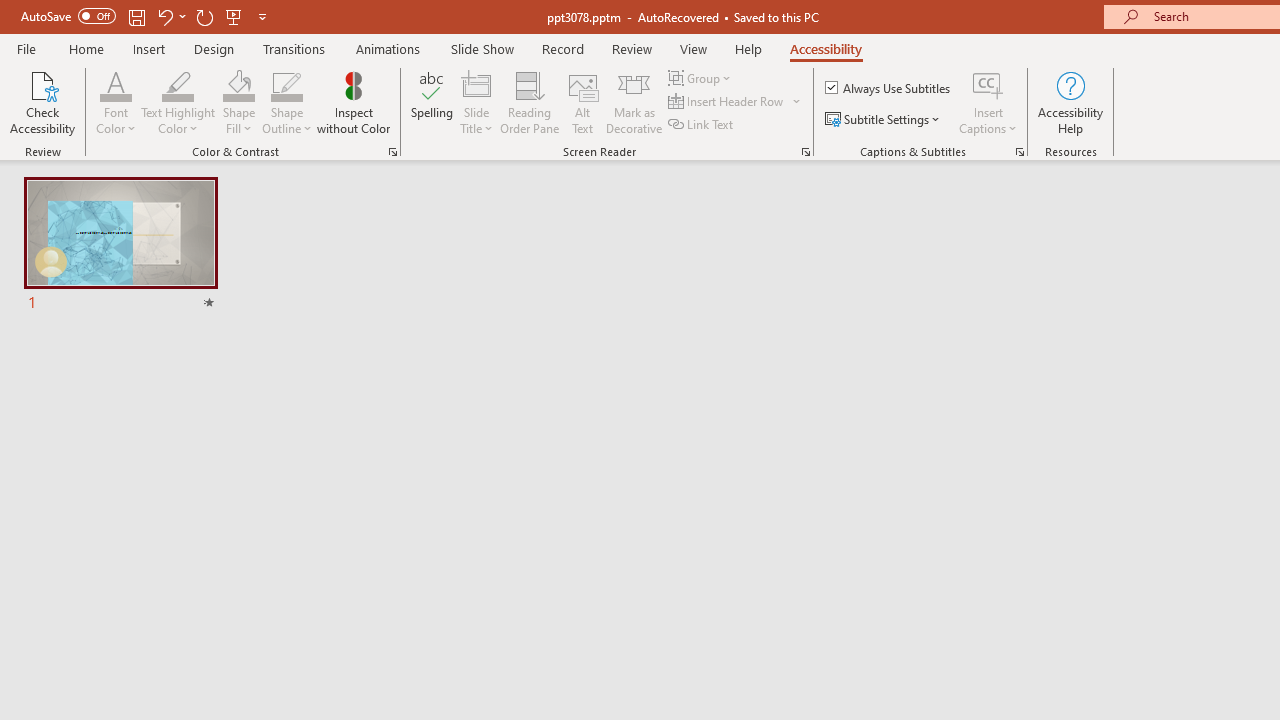 The width and height of the screenshot is (1280, 720). What do you see at coordinates (633, 103) in the screenshot?
I see `'Mark as Decorative'` at bounding box center [633, 103].